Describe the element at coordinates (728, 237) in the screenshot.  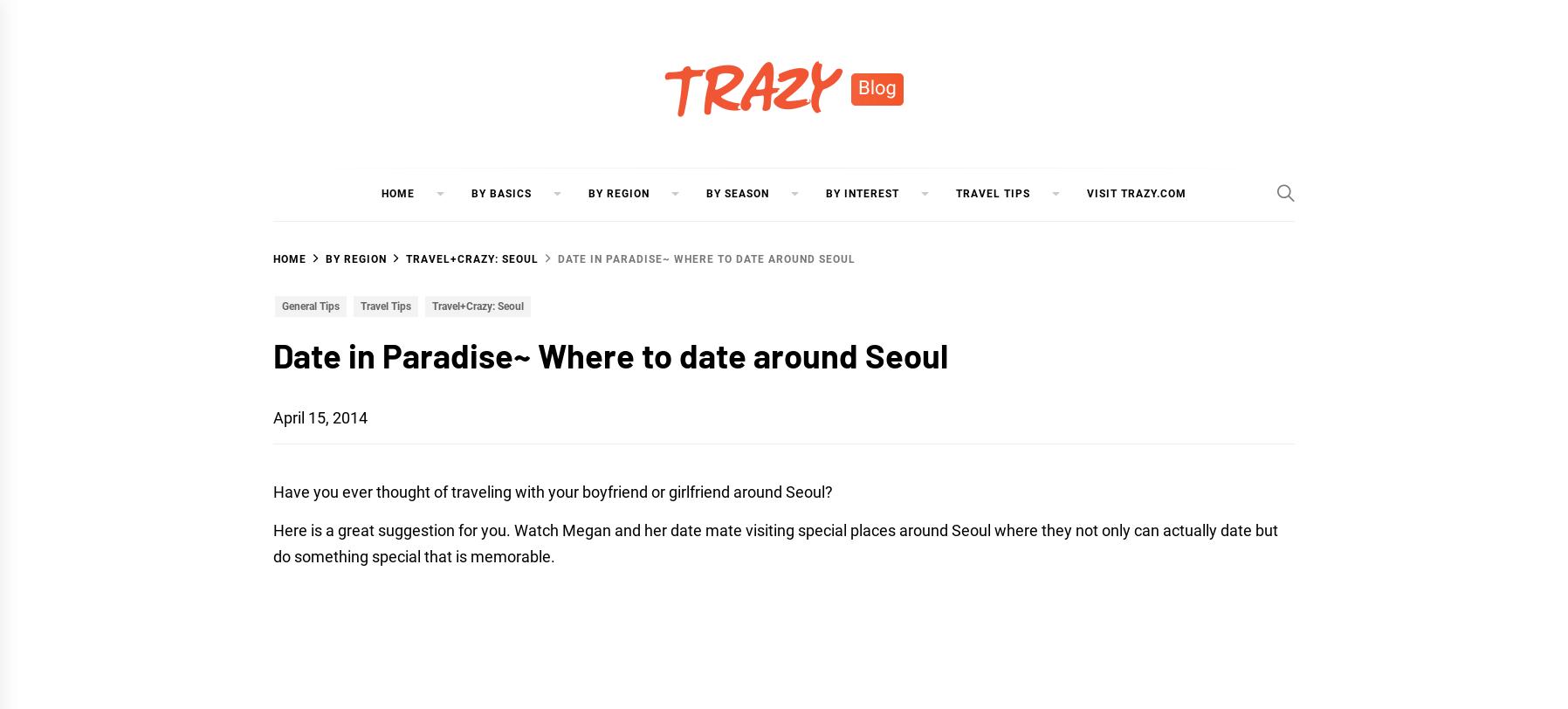
I see `'Spring'` at that location.